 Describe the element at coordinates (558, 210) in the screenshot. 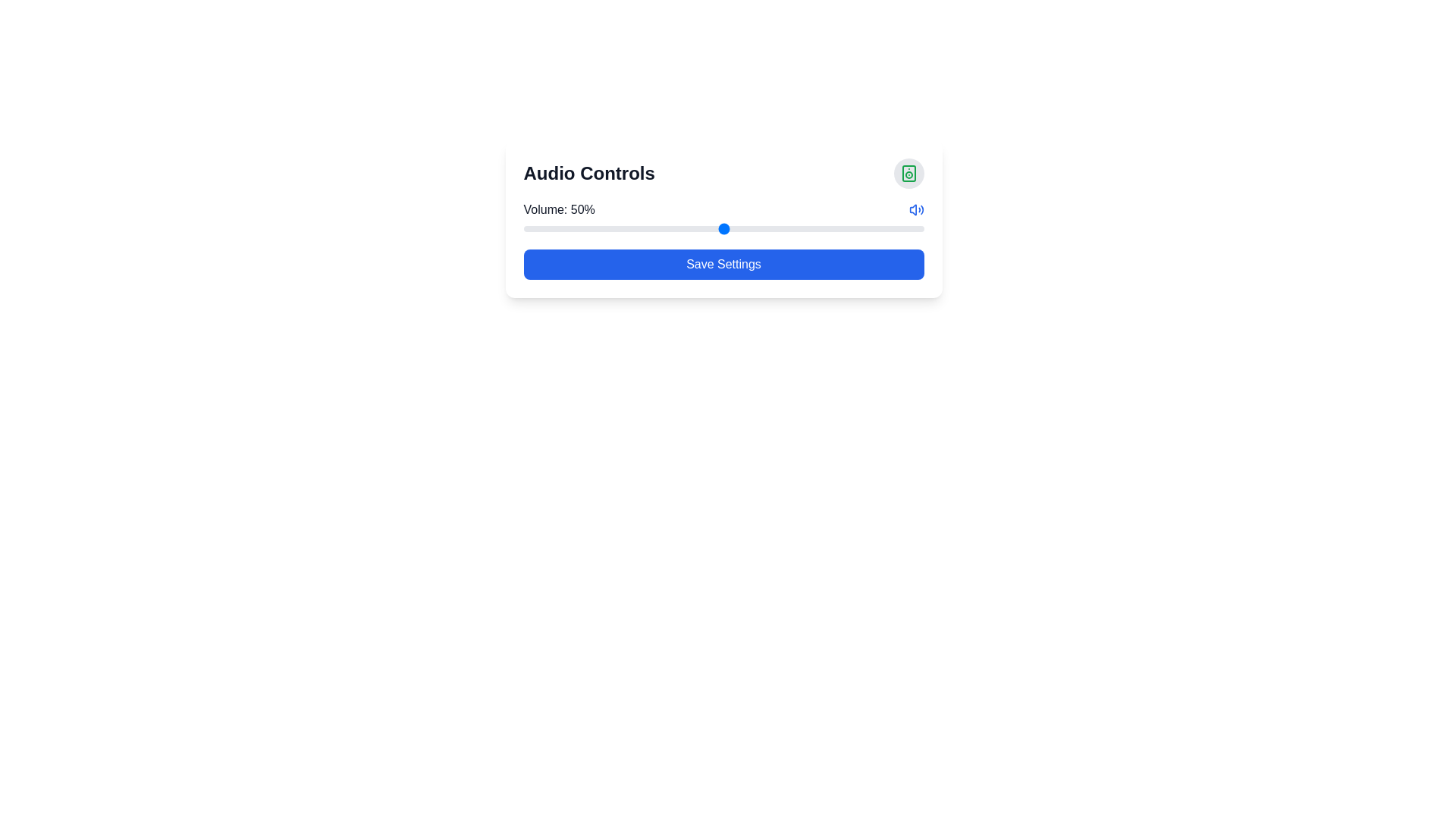

I see `current volume level displayed as a percentage in the static text located at the leftmost side of the volume controls` at that location.